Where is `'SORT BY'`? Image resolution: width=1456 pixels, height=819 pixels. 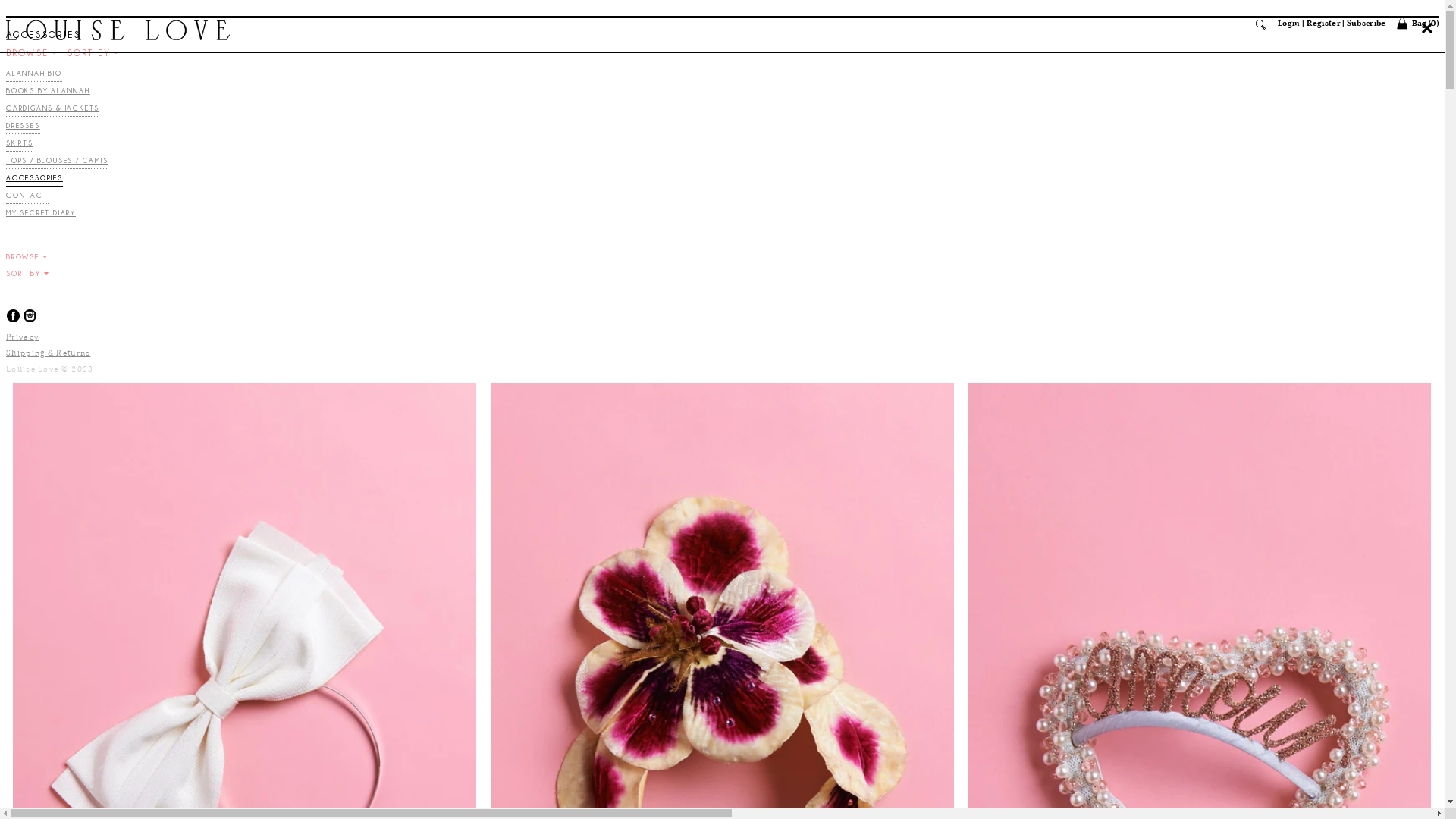
'SORT BY' is located at coordinates (92, 52).